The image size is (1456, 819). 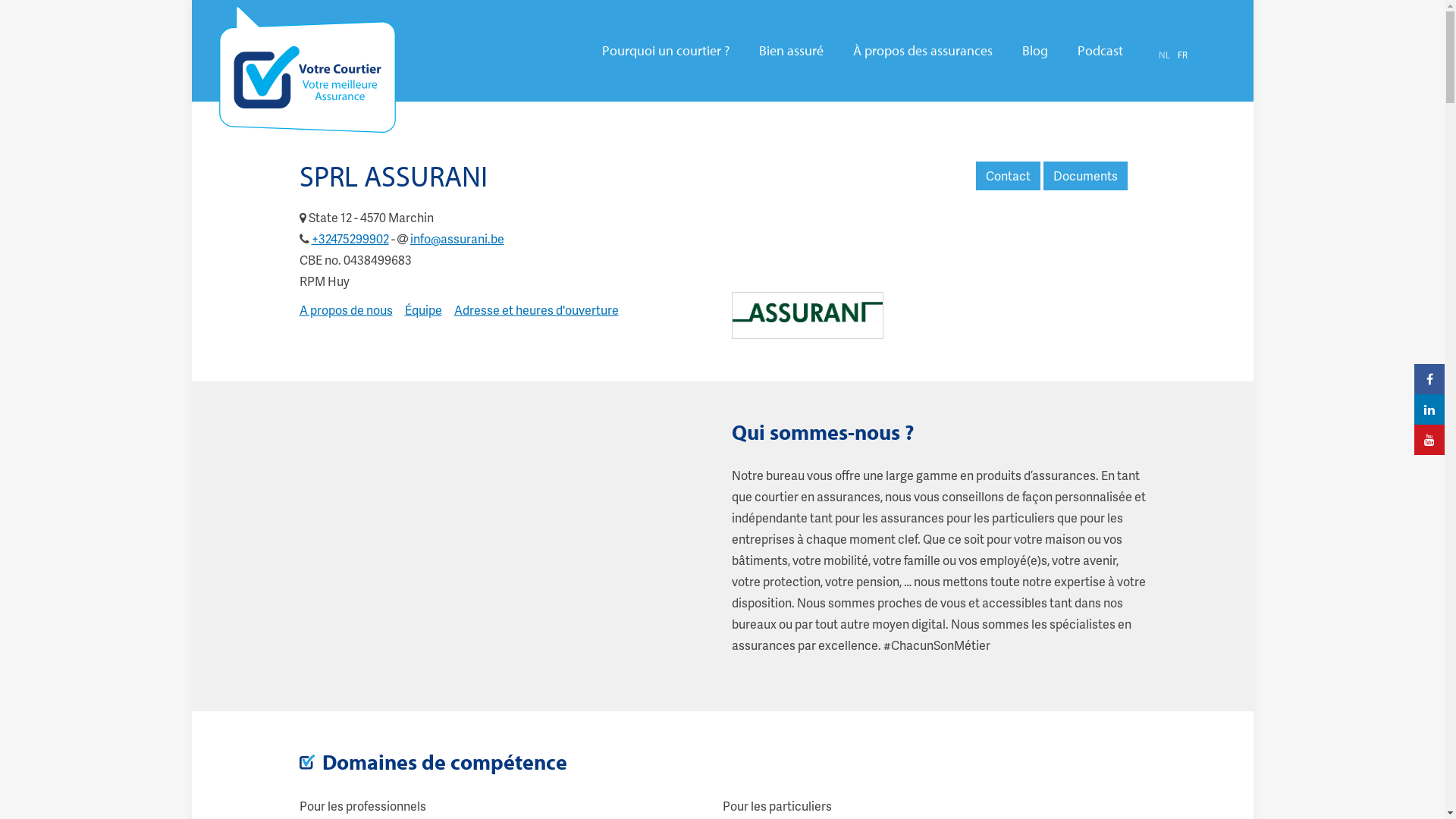 What do you see at coordinates (1181, 54) in the screenshot?
I see `'FR'` at bounding box center [1181, 54].